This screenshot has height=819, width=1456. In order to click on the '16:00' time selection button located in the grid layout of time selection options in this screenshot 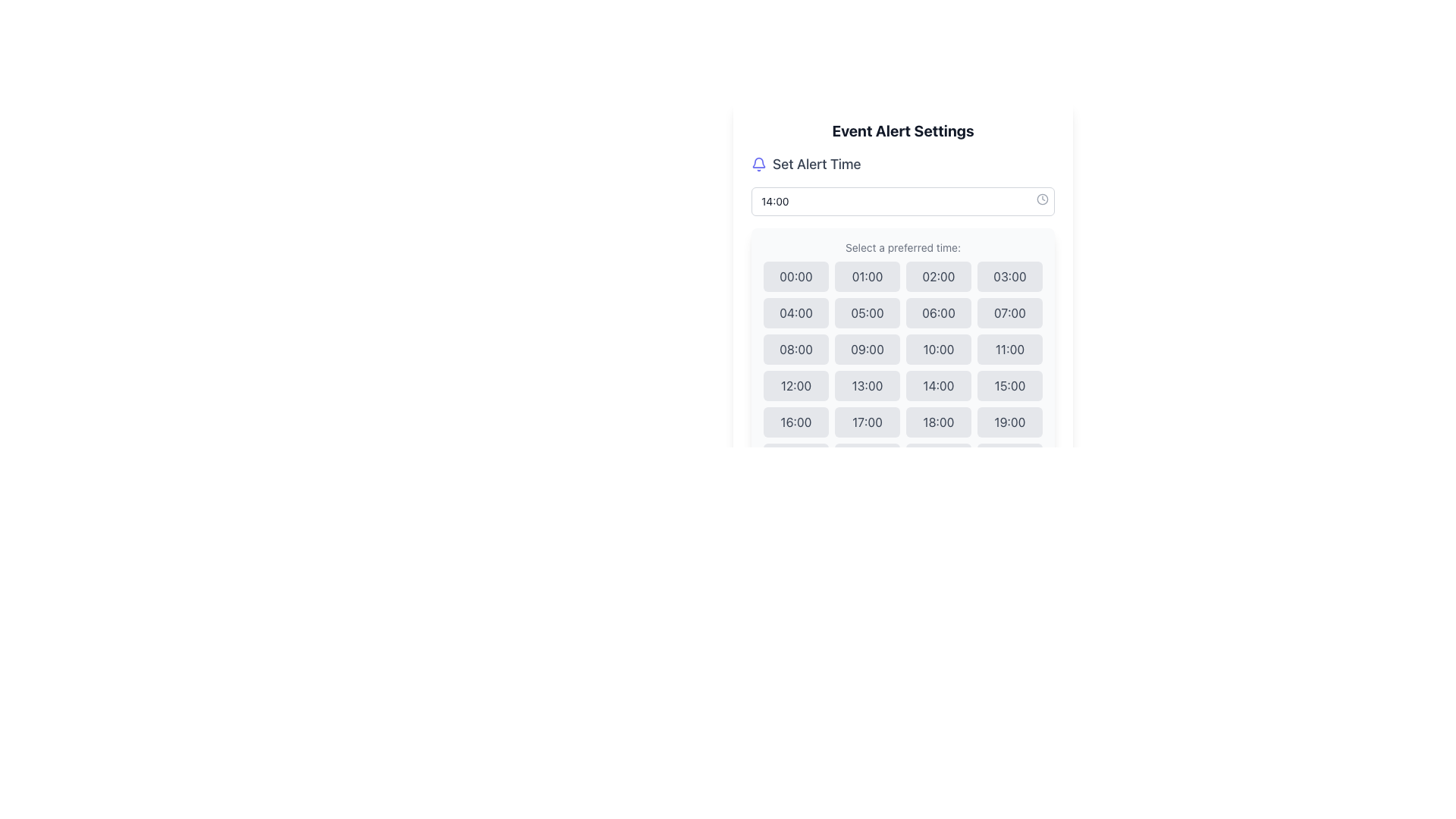, I will do `click(795, 422)`.